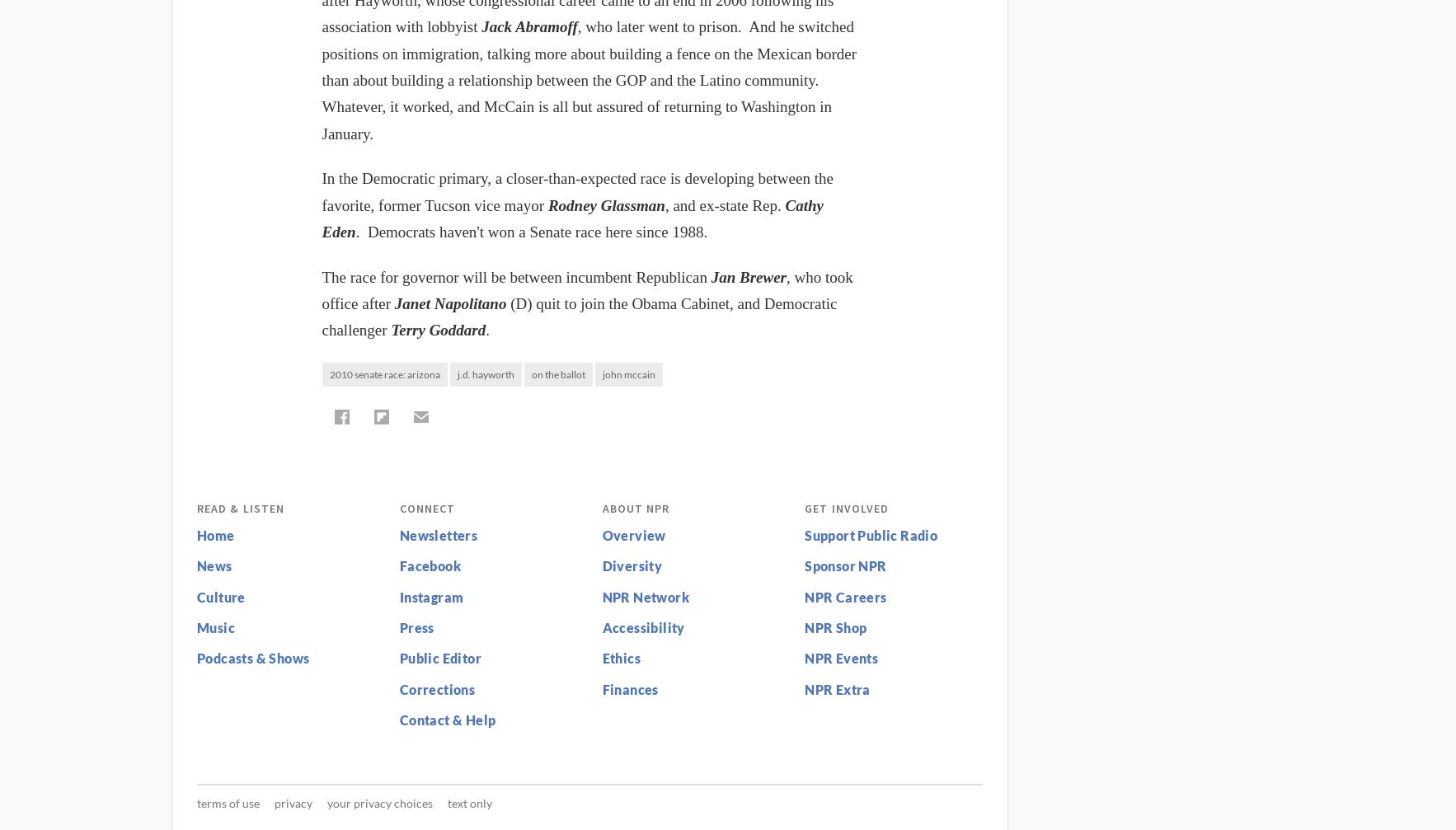  Describe the element at coordinates (293, 801) in the screenshot. I see `'Privacy'` at that location.